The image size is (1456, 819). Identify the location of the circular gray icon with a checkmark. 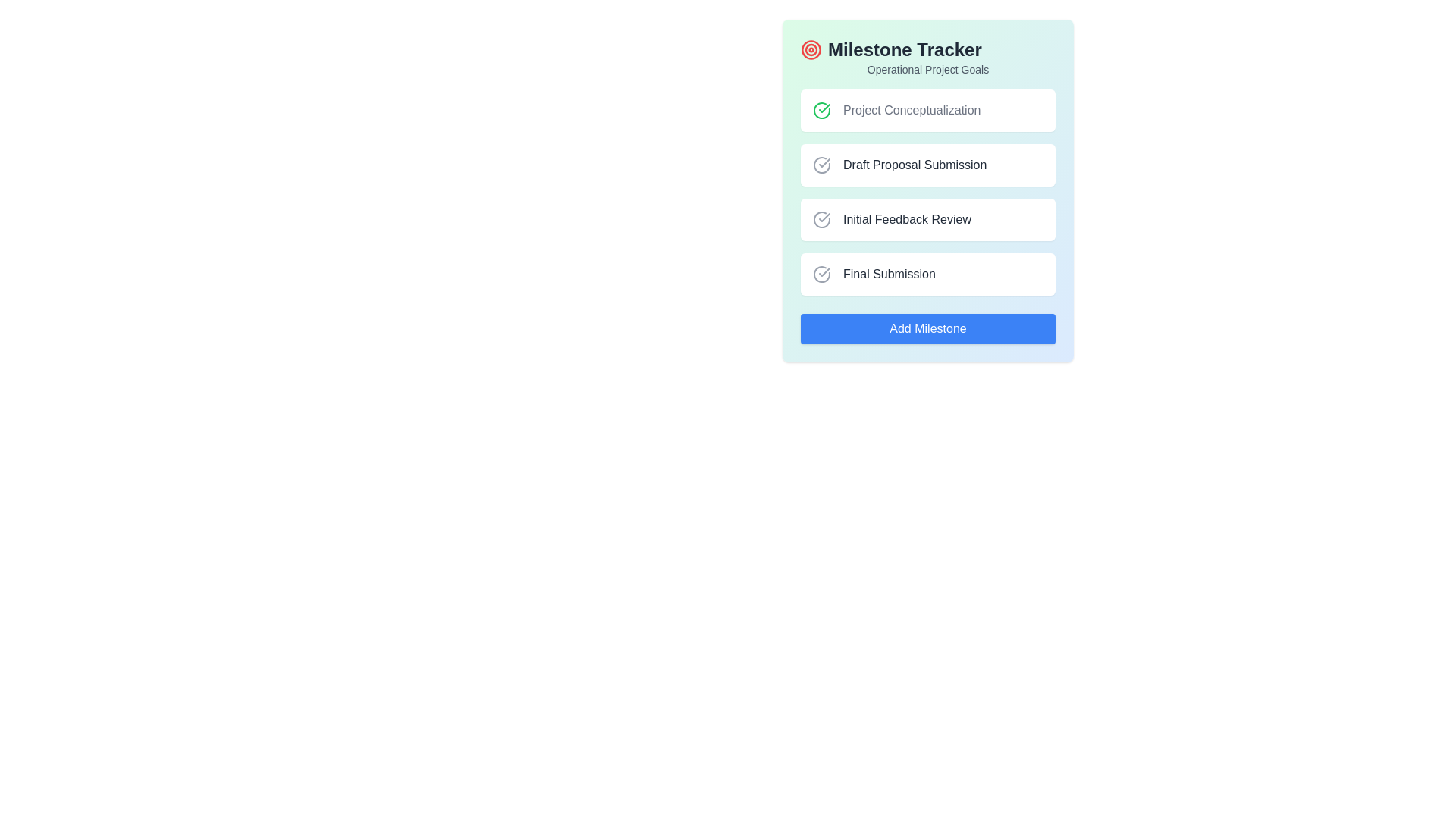
(821, 219).